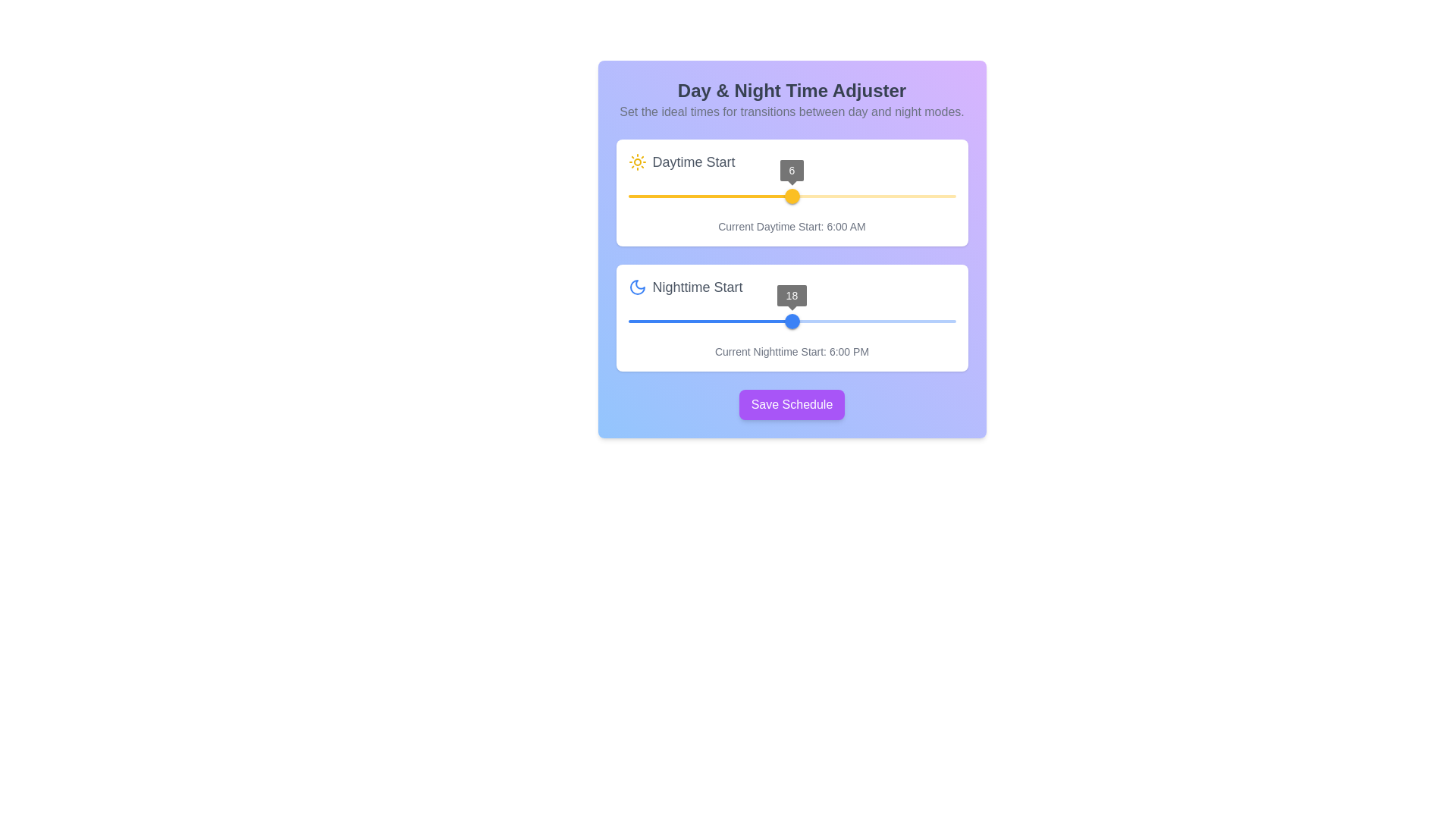 This screenshot has height=819, width=1456. Describe the element at coordinates (764, 195) in the screenshot. I see `the daytime start` at that location.